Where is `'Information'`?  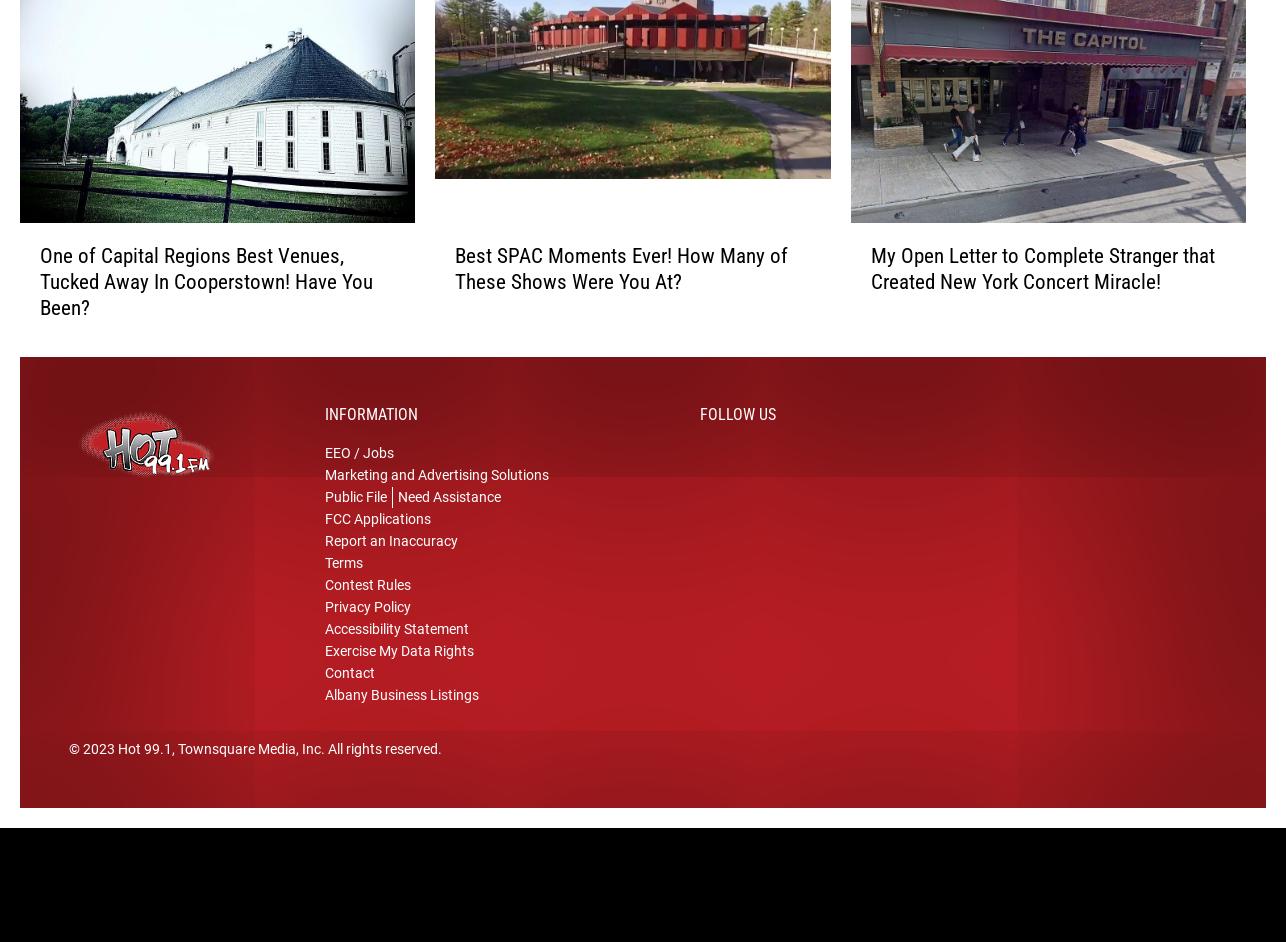 'Information' is located at coordinates (370, 439).